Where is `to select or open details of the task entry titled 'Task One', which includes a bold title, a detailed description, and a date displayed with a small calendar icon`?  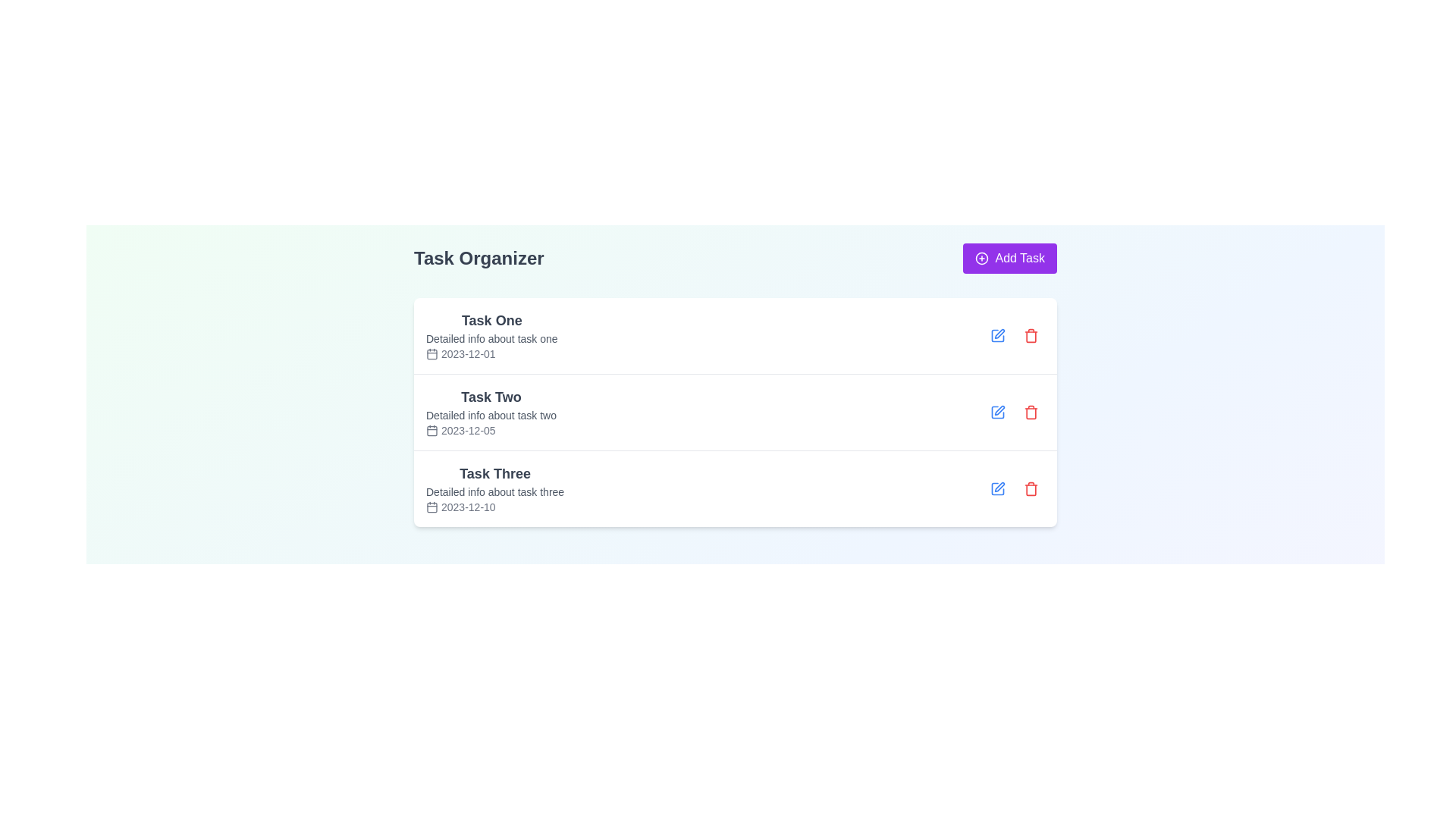 to select or open details of the task entry titled 'Task One', which includes a bold title, a detailed description, and a date displayed with a small calendar icon is located at coordinates (491, 335).